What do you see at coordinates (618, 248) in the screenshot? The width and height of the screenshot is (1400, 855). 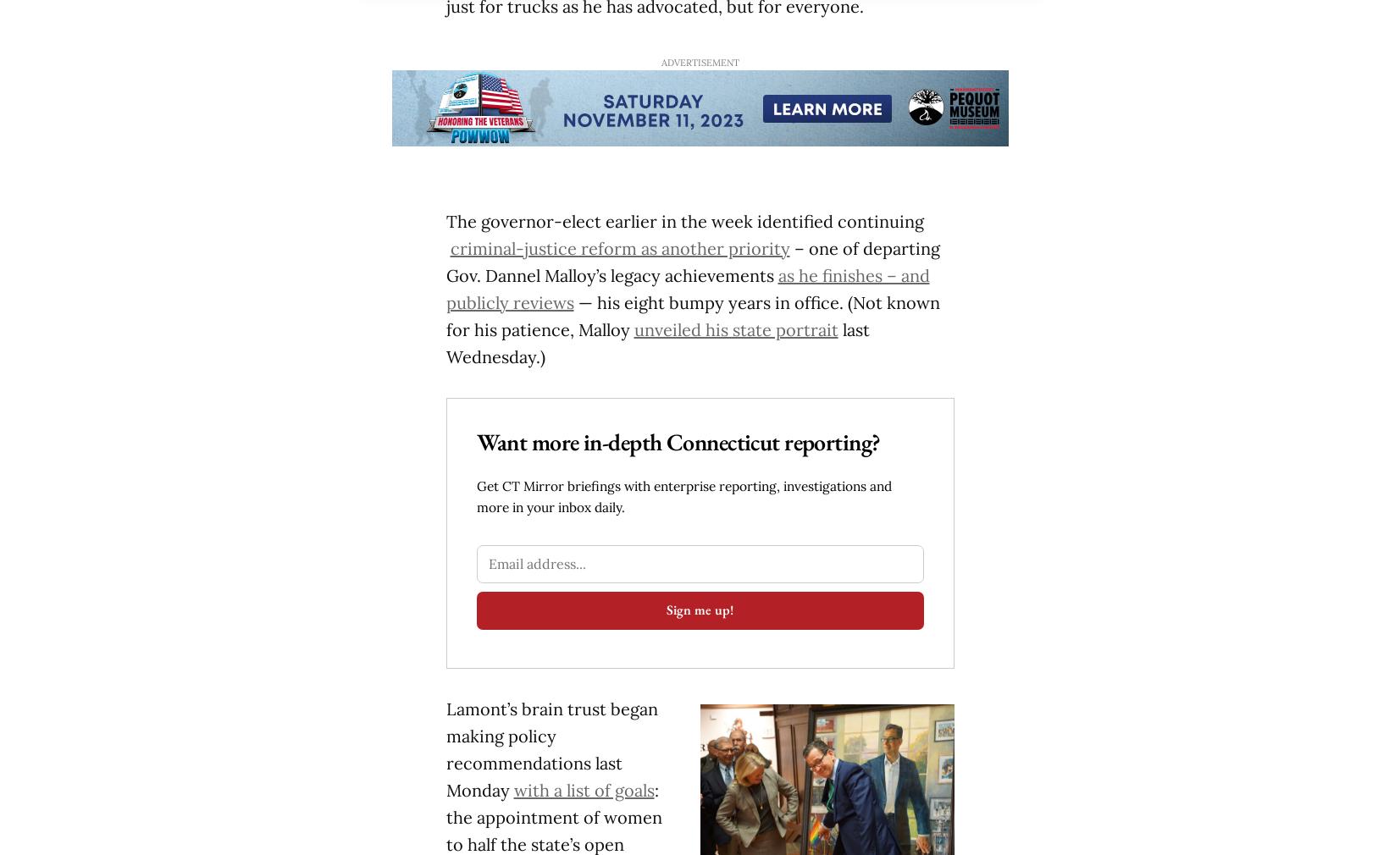 I see `'criminal-justice reform as another priority'` at bounding box center [618, 248].